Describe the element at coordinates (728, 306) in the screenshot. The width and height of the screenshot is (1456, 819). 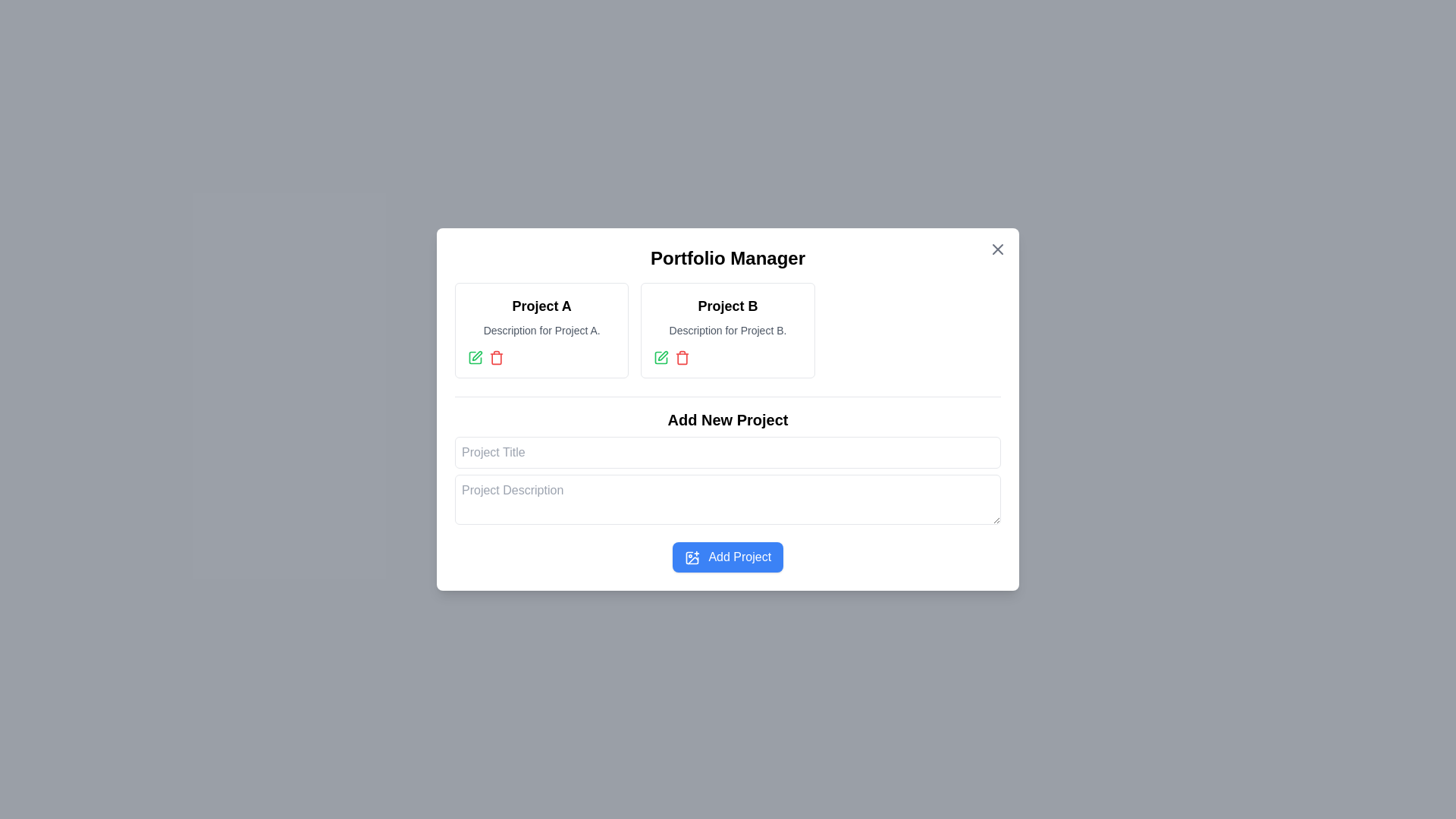
I see `the bold-text title labeled 'Project B' located at the top of the second card from the left` at that location.